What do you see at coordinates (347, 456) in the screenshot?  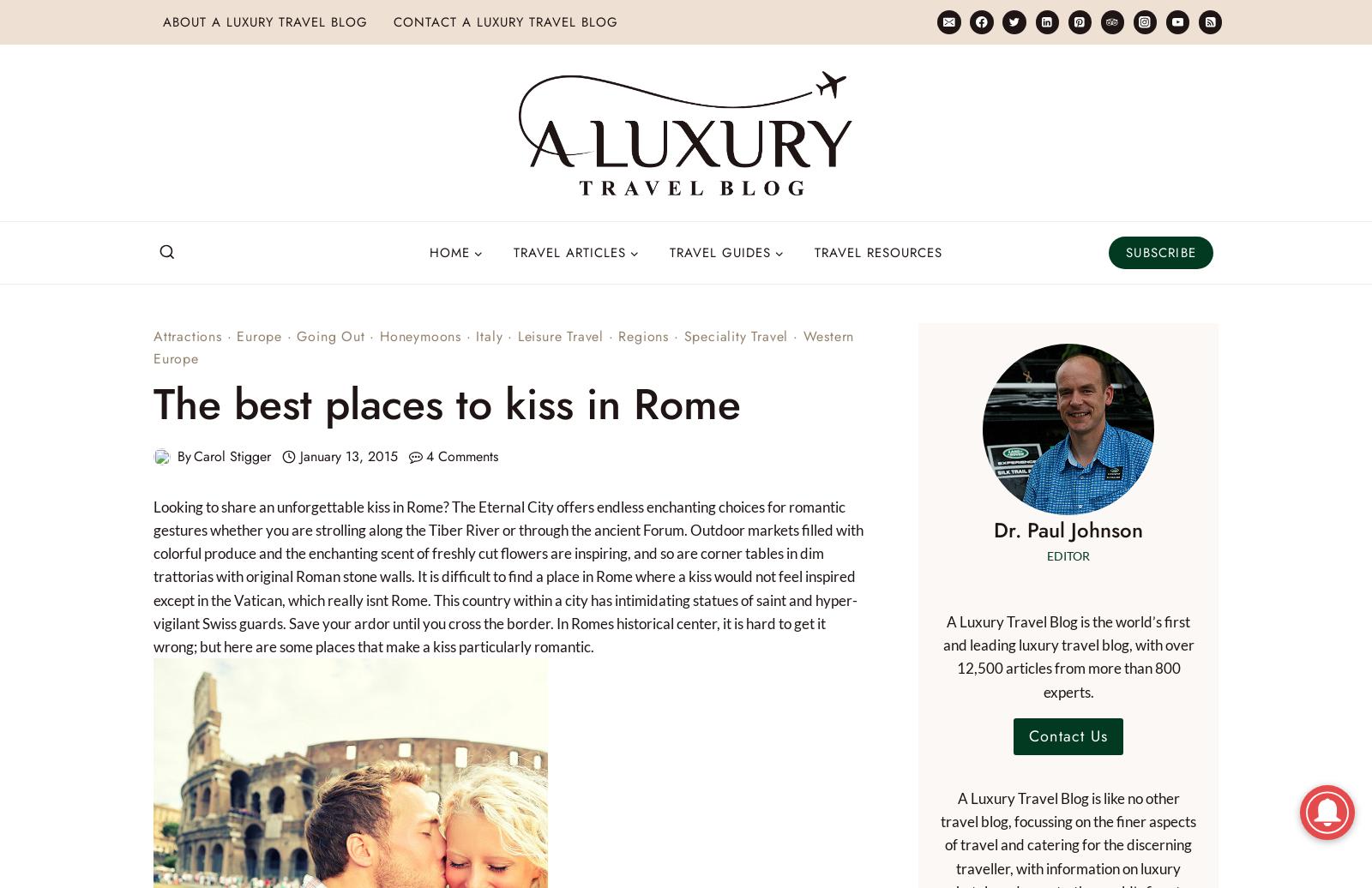 I see `'January 13, 2015'` at bounding box center [347, 456].